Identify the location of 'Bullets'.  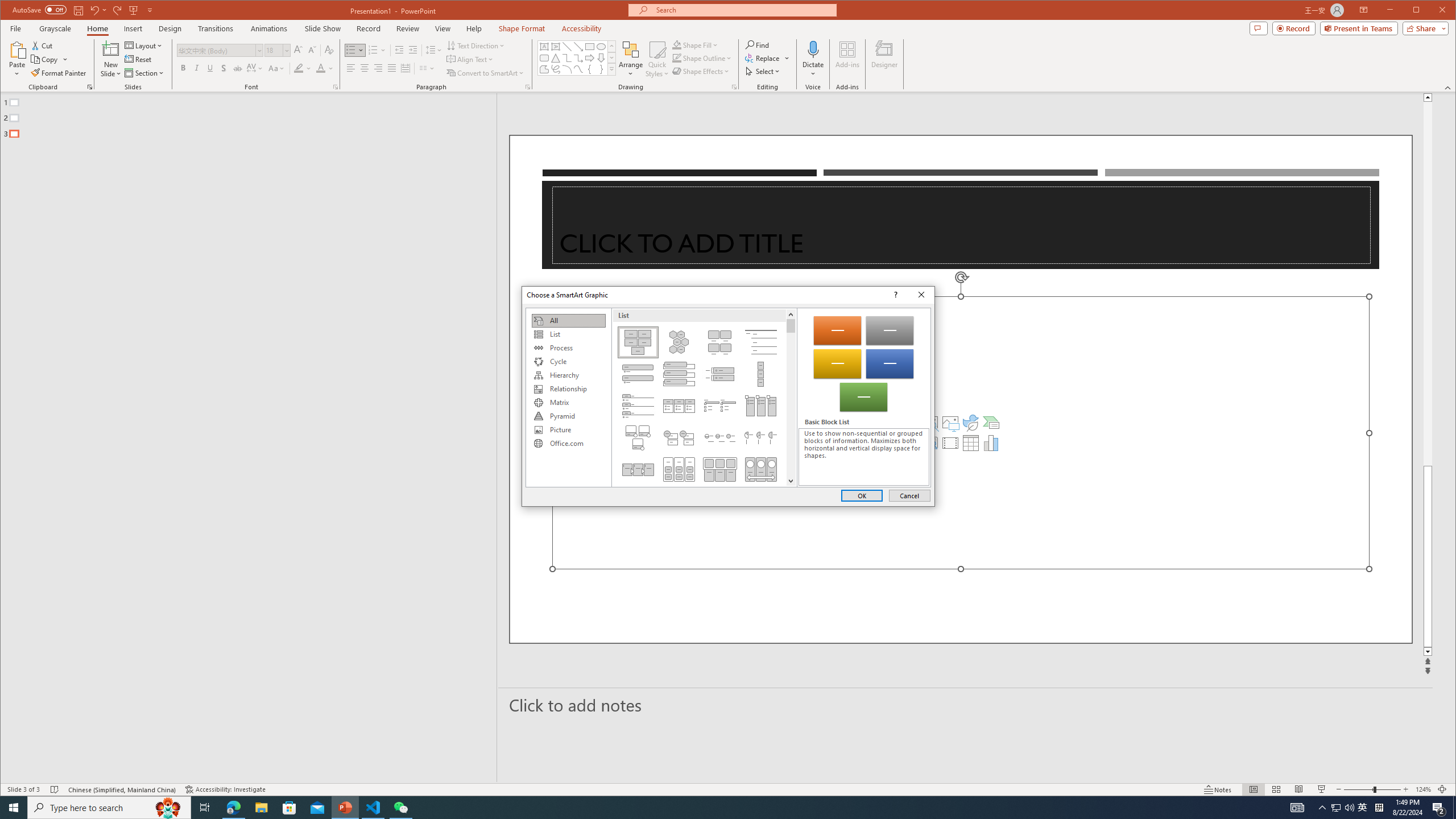
(354, 49).